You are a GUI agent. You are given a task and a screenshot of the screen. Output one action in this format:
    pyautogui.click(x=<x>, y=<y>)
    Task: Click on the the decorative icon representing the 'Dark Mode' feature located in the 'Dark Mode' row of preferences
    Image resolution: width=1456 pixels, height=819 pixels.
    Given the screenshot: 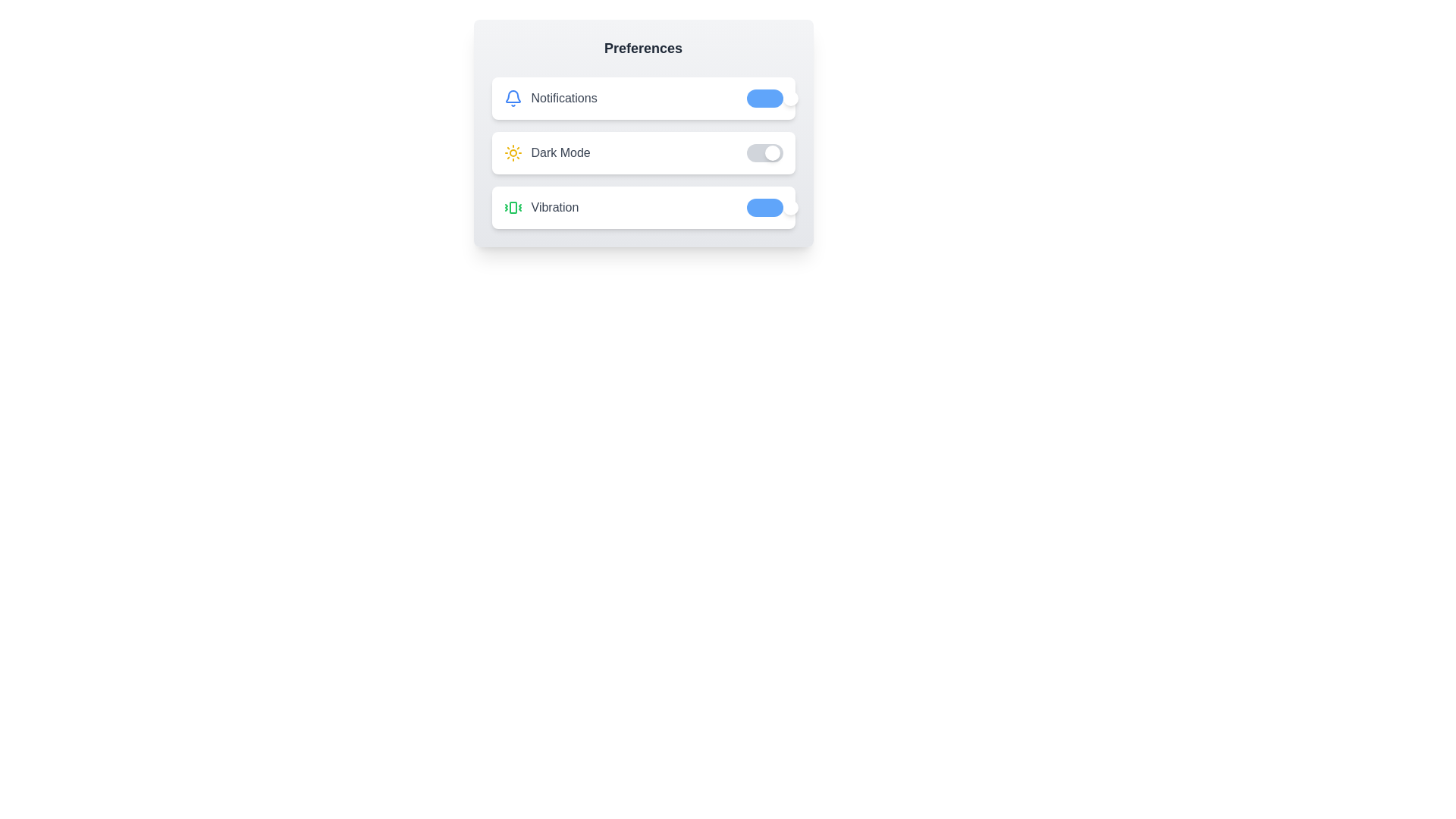 What is the action you would take?
    pyautogui.click(x=513, y=152)
    